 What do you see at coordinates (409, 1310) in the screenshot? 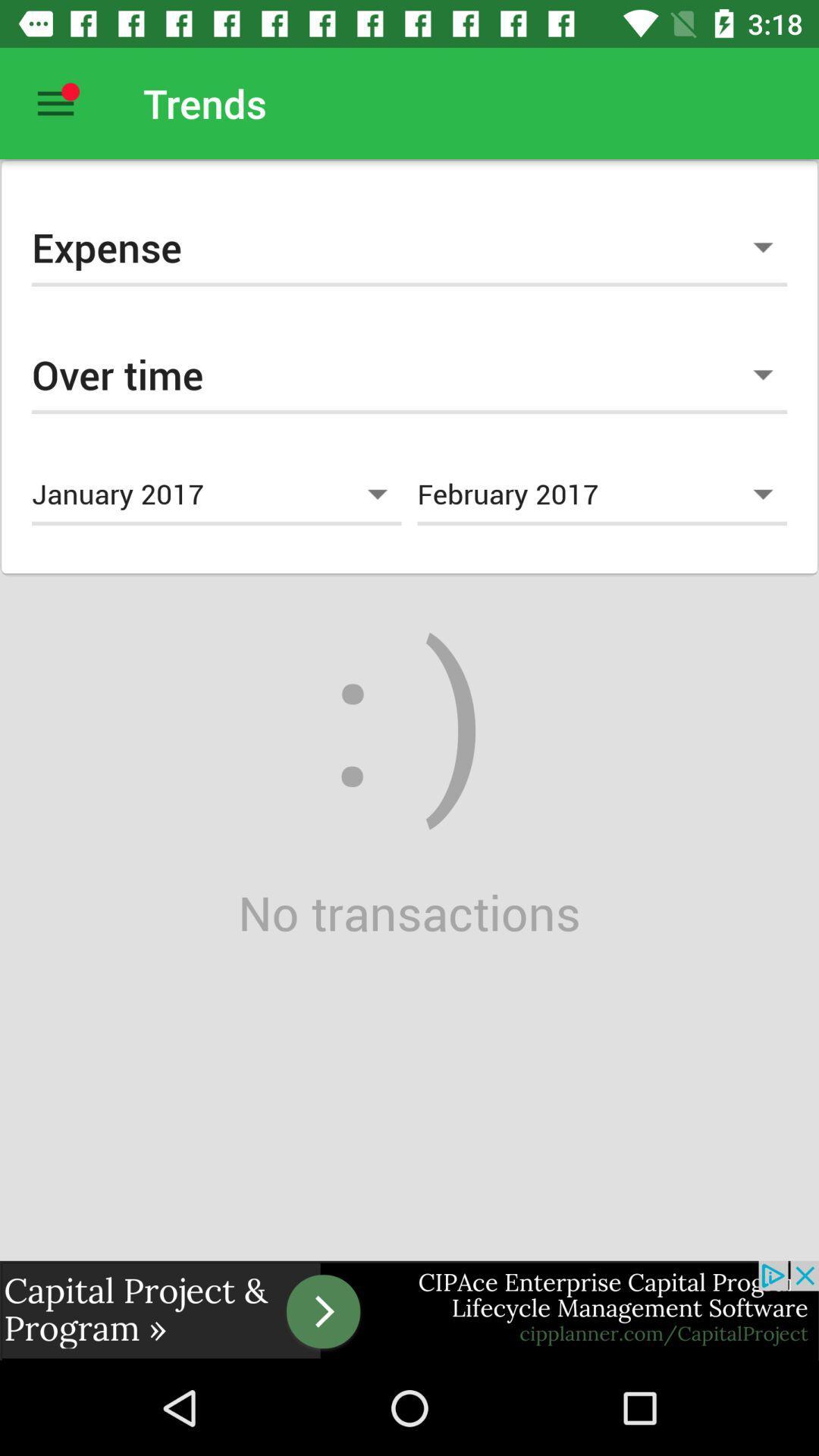
I see `advertisement link` at bounding box center [409, 1310].